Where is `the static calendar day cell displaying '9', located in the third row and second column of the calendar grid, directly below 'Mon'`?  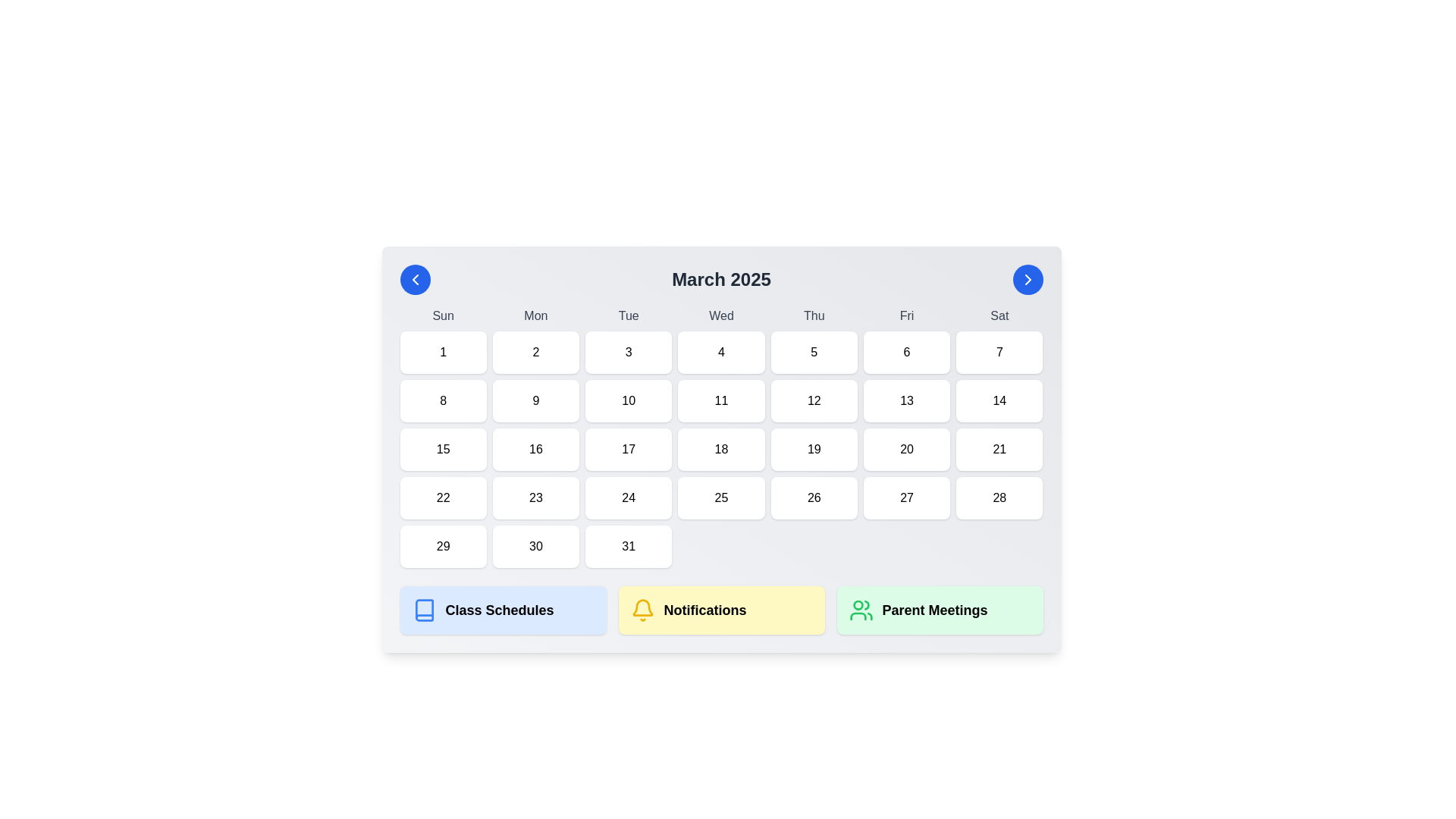 the static calendar day cell displaying '9', located in the third row and second column of the calendar grid, directly below 'Mon' is located at coordinates (535, 400).